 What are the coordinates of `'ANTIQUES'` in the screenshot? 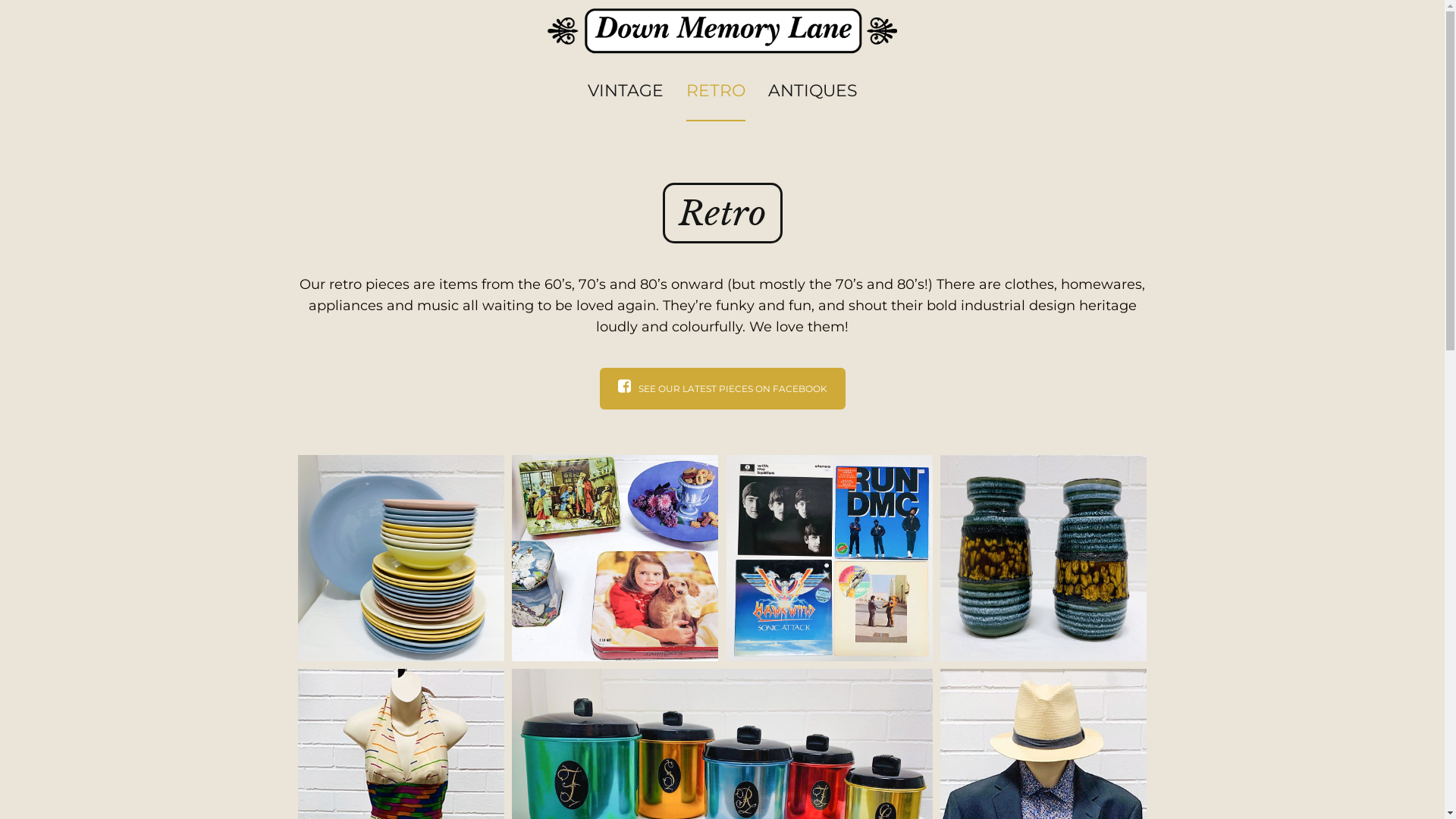 It's located at (811, 90).